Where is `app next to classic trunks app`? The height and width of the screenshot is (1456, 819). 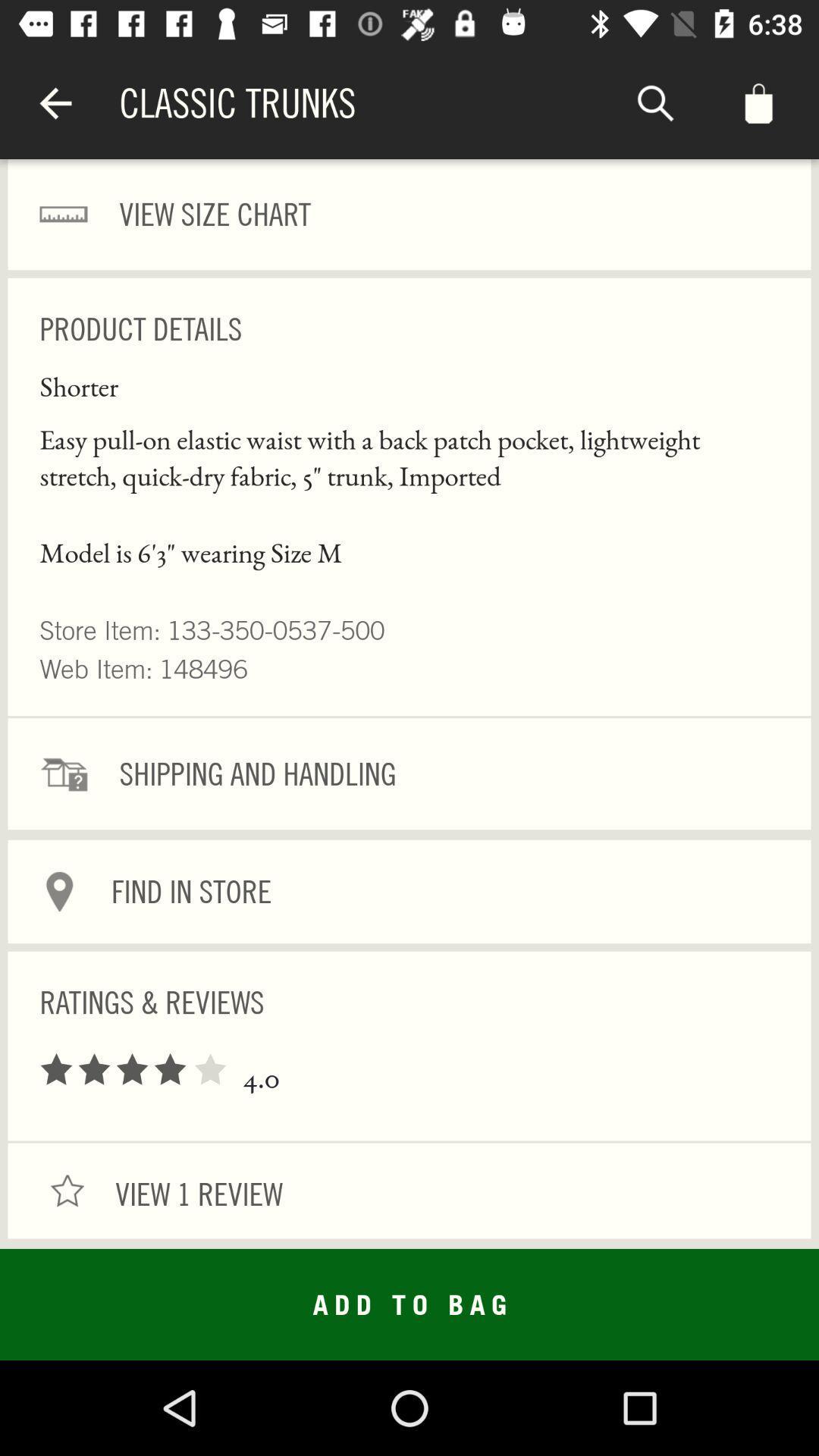 app next to classic trunks app is located at coordinates (55, 102).